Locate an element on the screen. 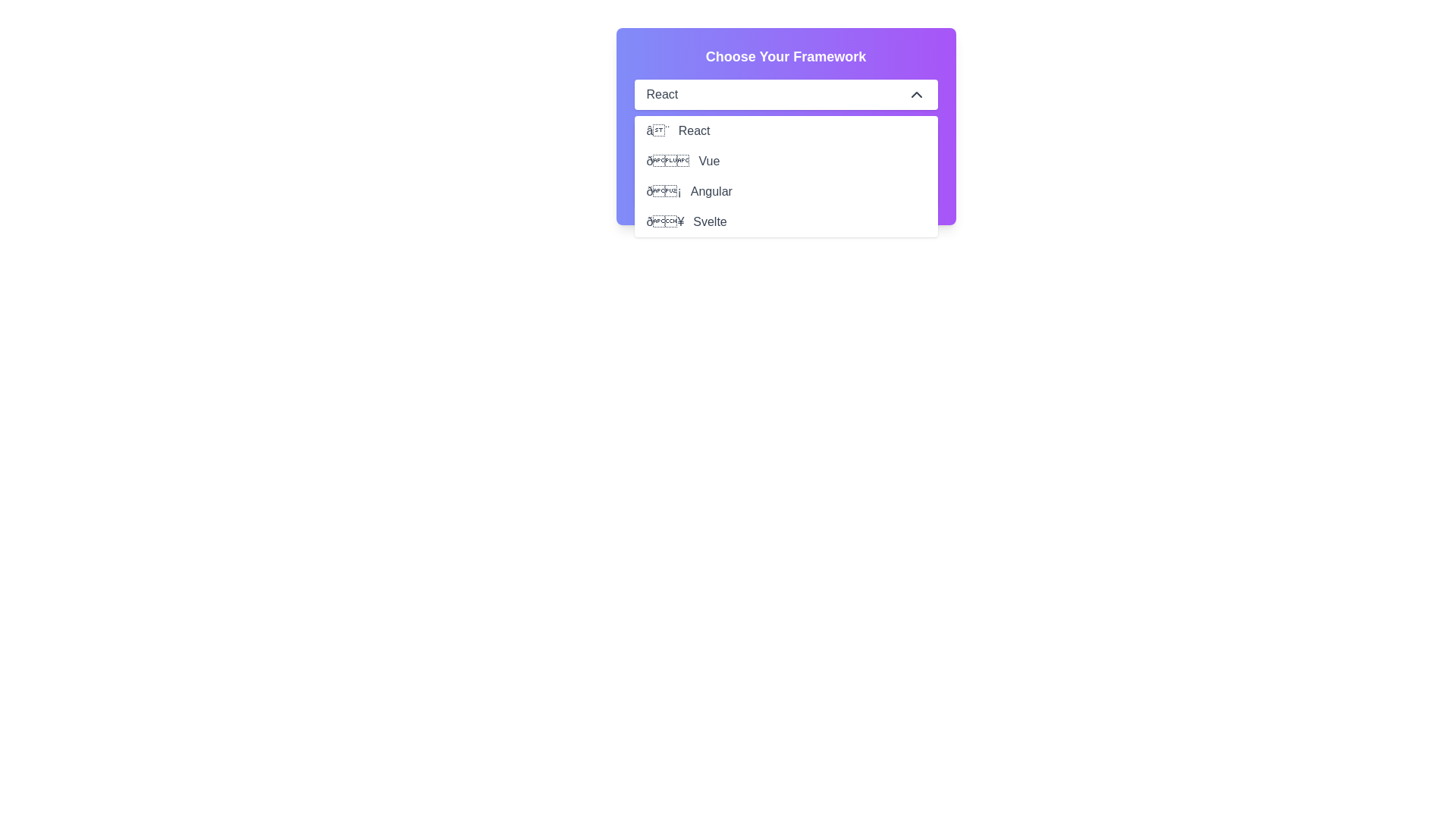 The height and width of the screenshot is (819, 1456). the chevron/arrow icon located at the far right of the dropdown menu header is located at coordinates (915, 94).